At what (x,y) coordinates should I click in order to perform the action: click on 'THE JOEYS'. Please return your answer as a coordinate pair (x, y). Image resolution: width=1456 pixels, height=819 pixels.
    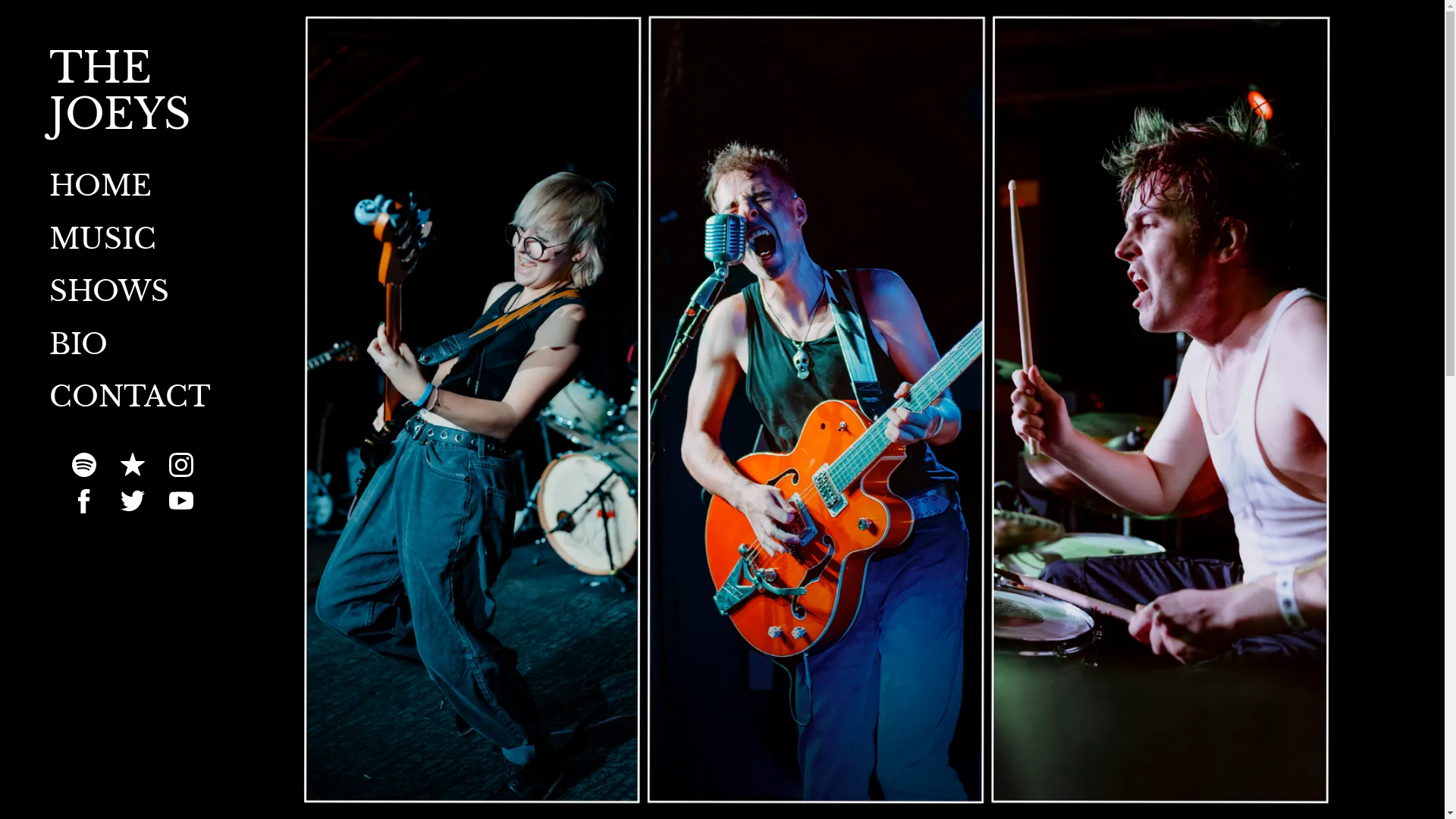
    Looking at the image, I should click on (132, 121).